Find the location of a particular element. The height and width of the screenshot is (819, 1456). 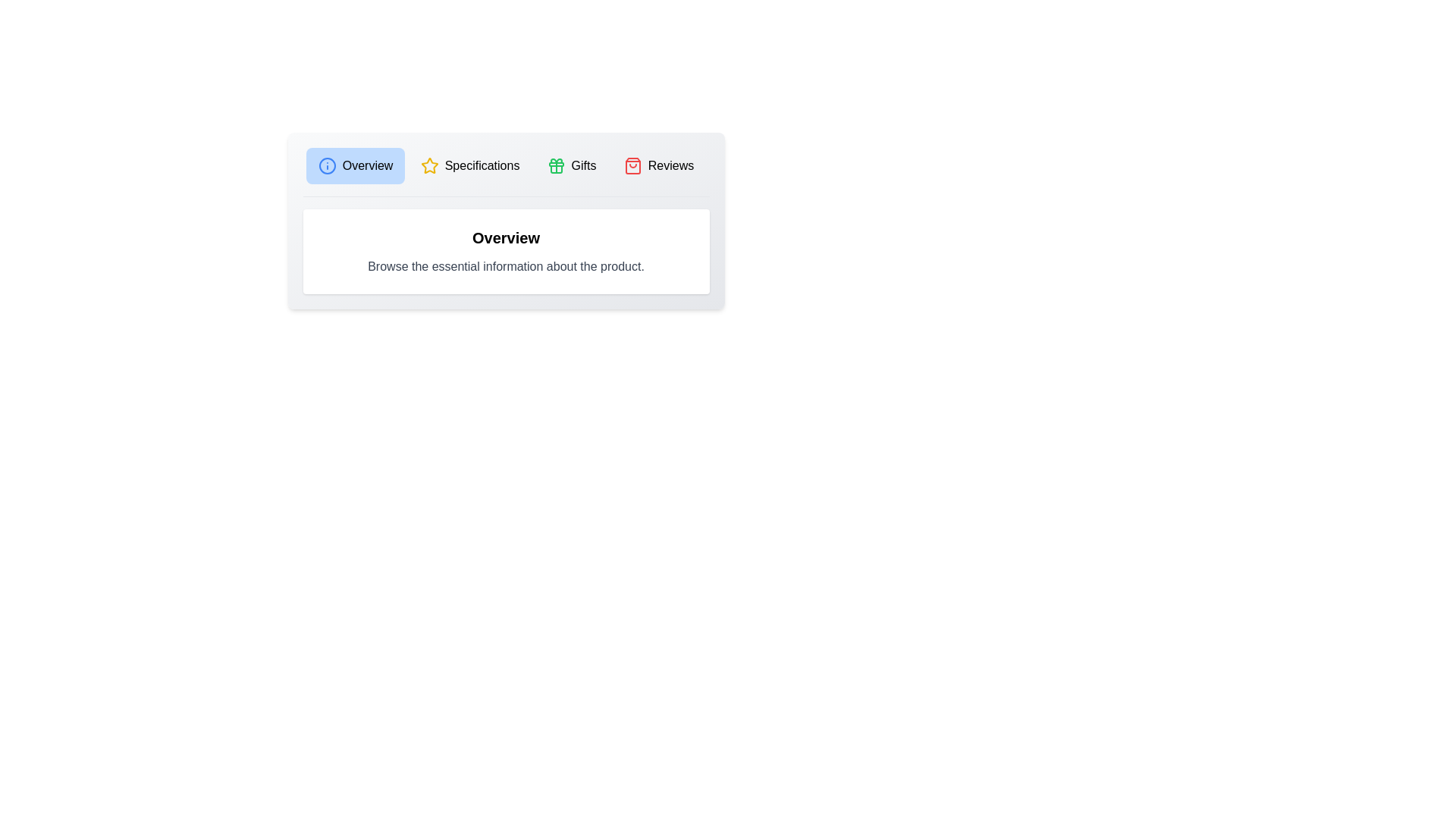

the Gifts tab to display its content is located at coordinates (570, 166).